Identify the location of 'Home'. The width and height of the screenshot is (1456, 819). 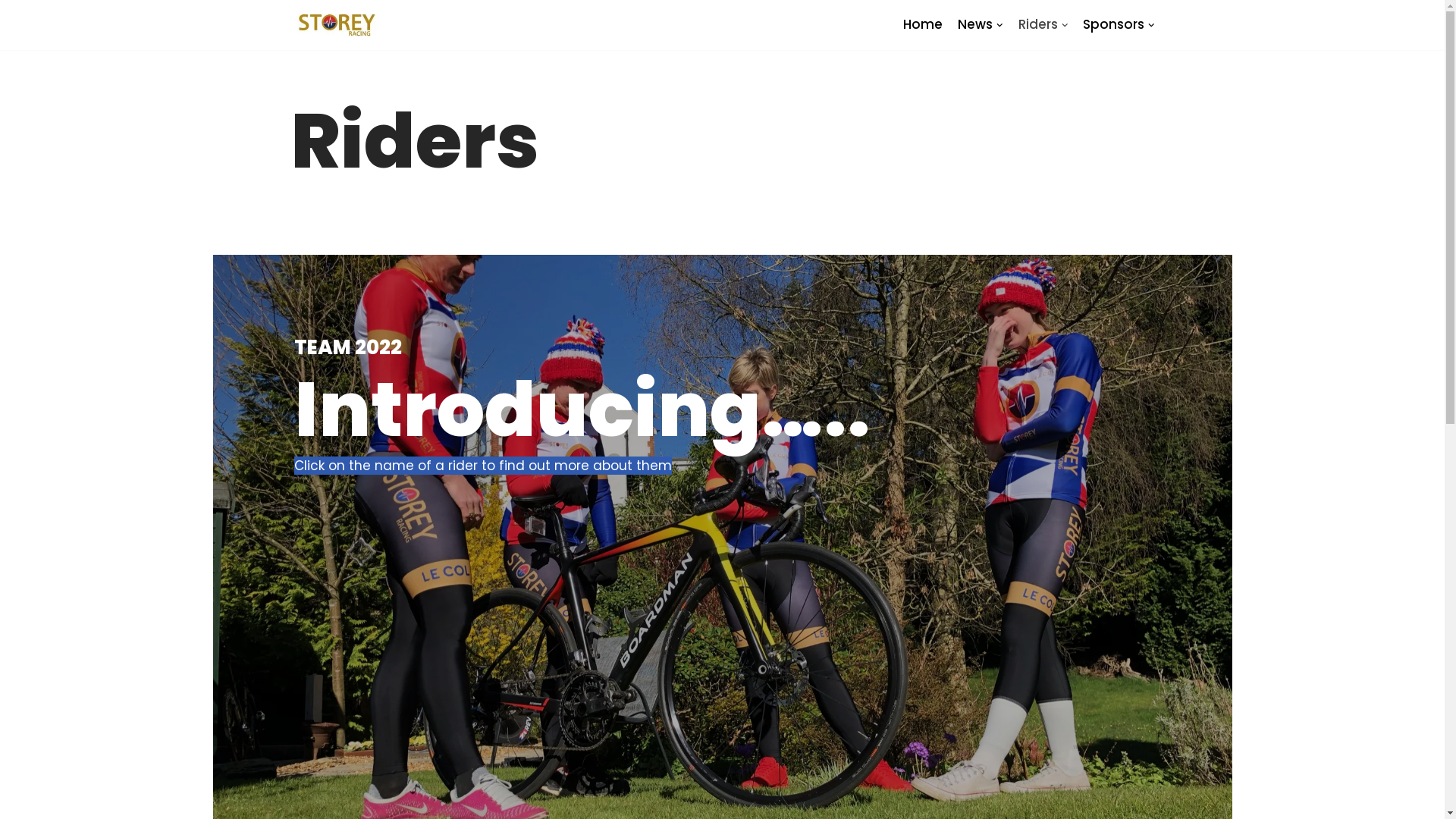
(922, 24).